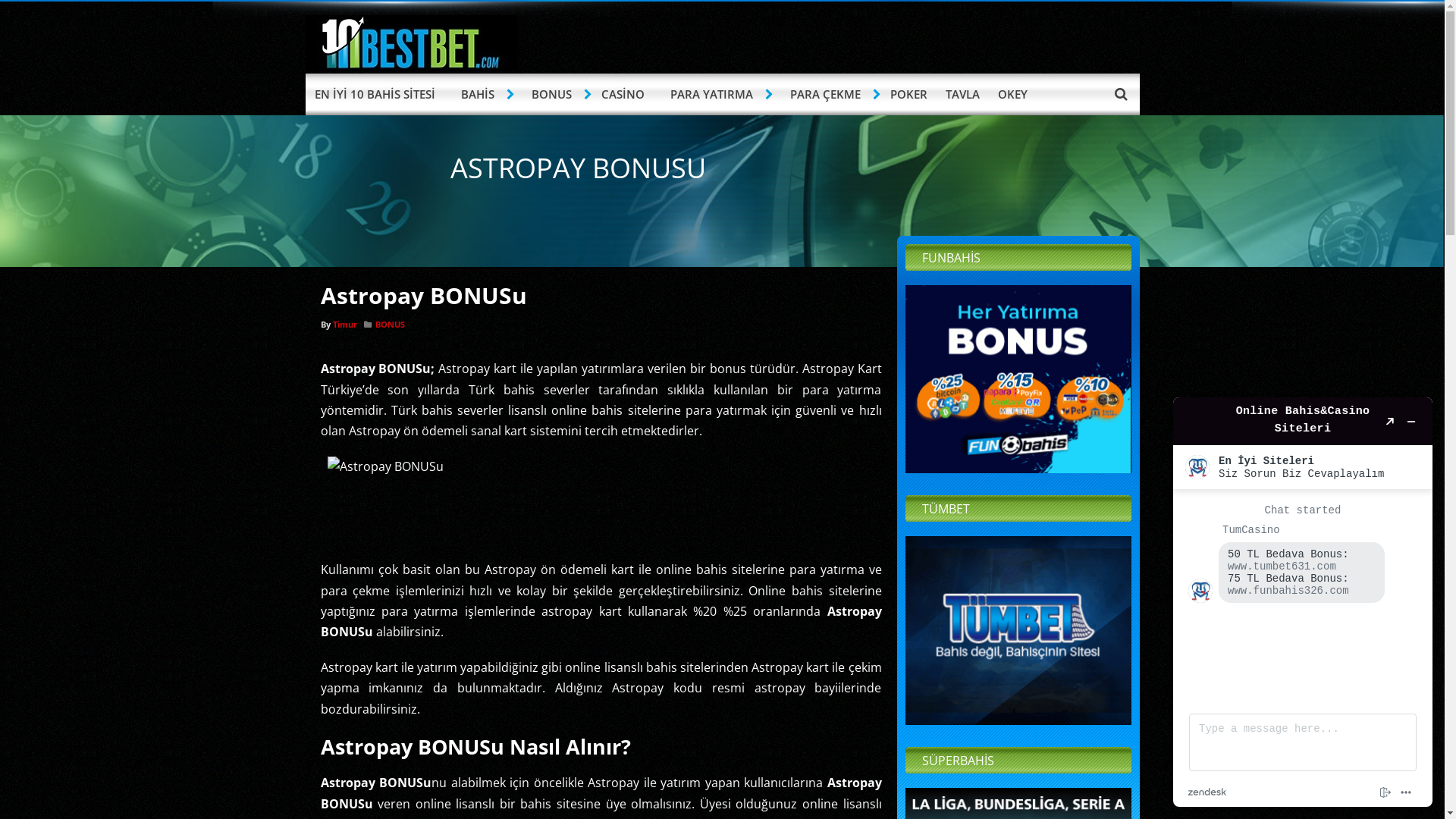 The image size is (1456, 819). What do you see at coordinates (1012, 94) in the screenshot?
I see `'OKEY'` at bounding box center [1012, 94].